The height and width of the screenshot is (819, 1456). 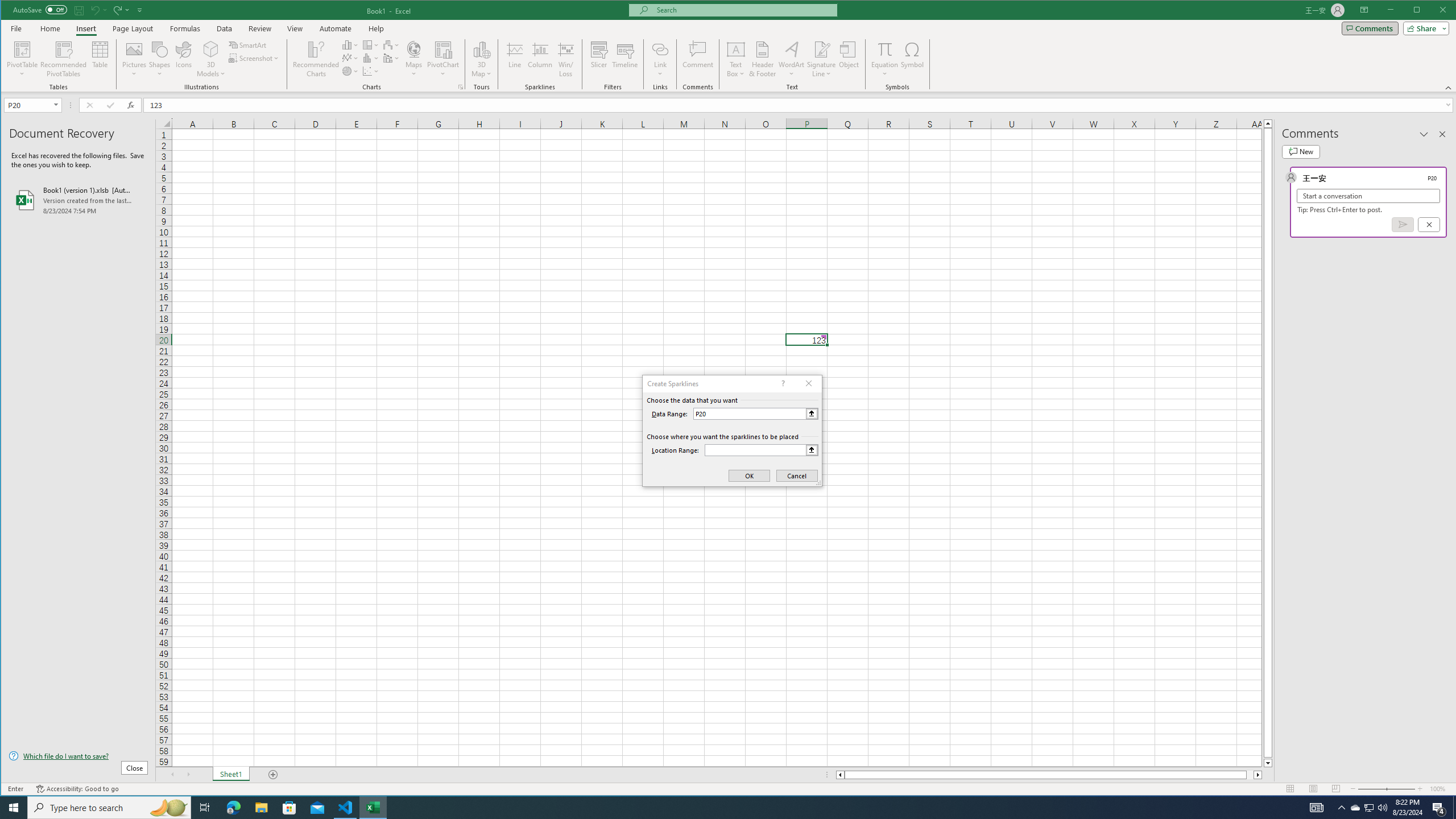 I want to click on 'Insert Combo Chart', so click(x=391, y=58).